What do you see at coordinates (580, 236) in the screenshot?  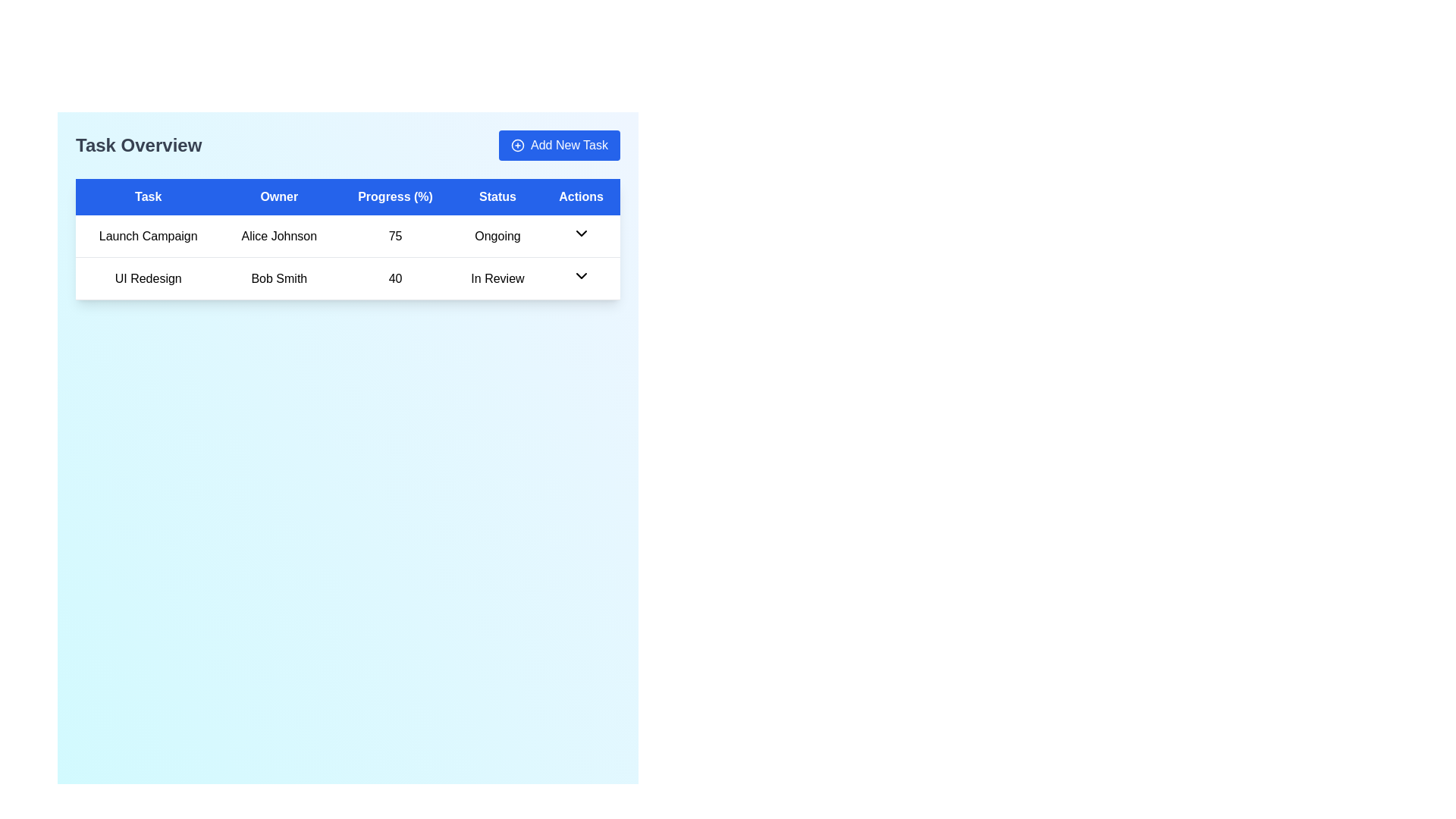 I see `the downward-pointing black arrow icon` at bounding box center [580, 236].